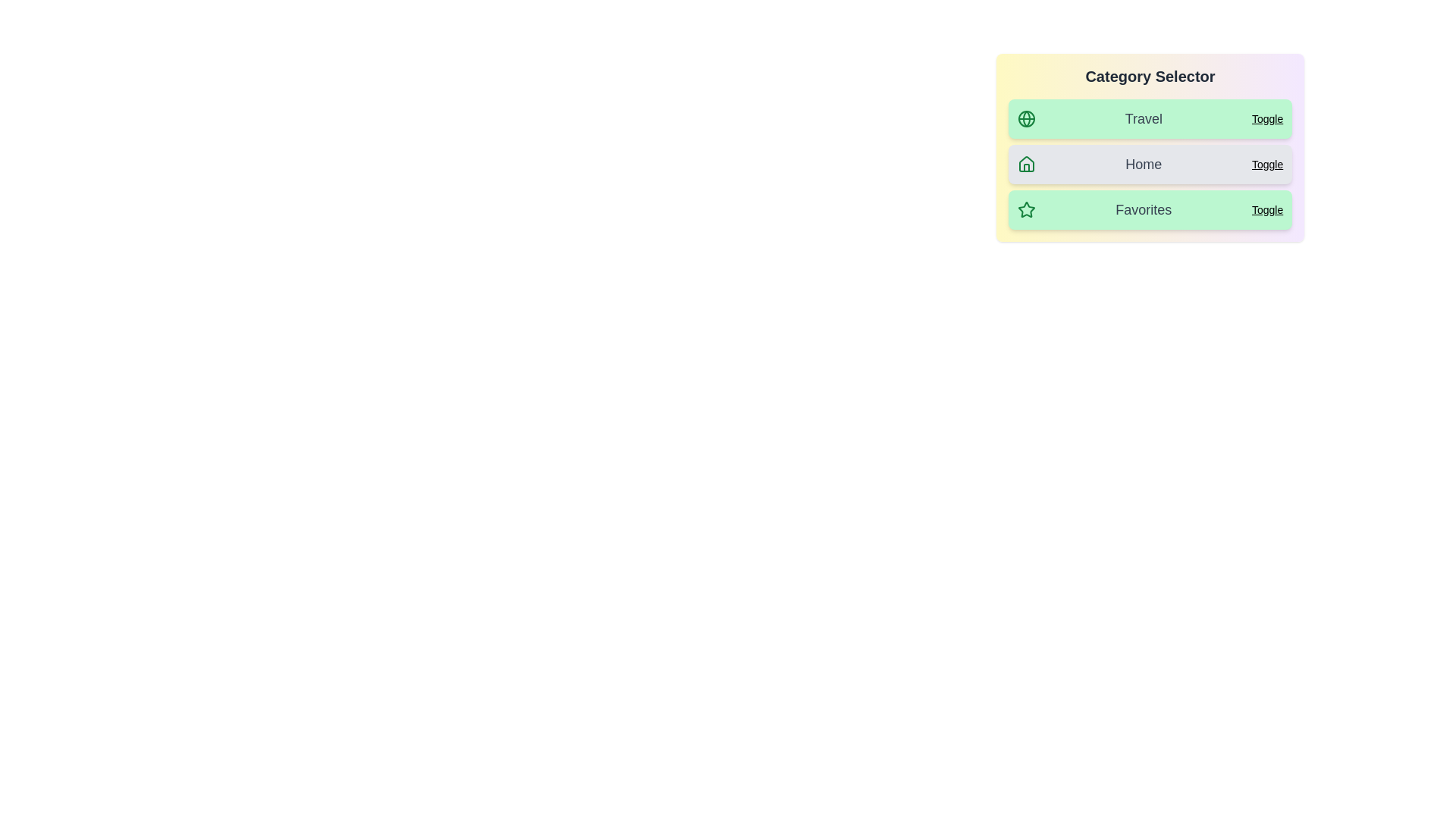  I want to click on the 'Toggle' button of the category item corresponding to Home, so click(1267, 164).